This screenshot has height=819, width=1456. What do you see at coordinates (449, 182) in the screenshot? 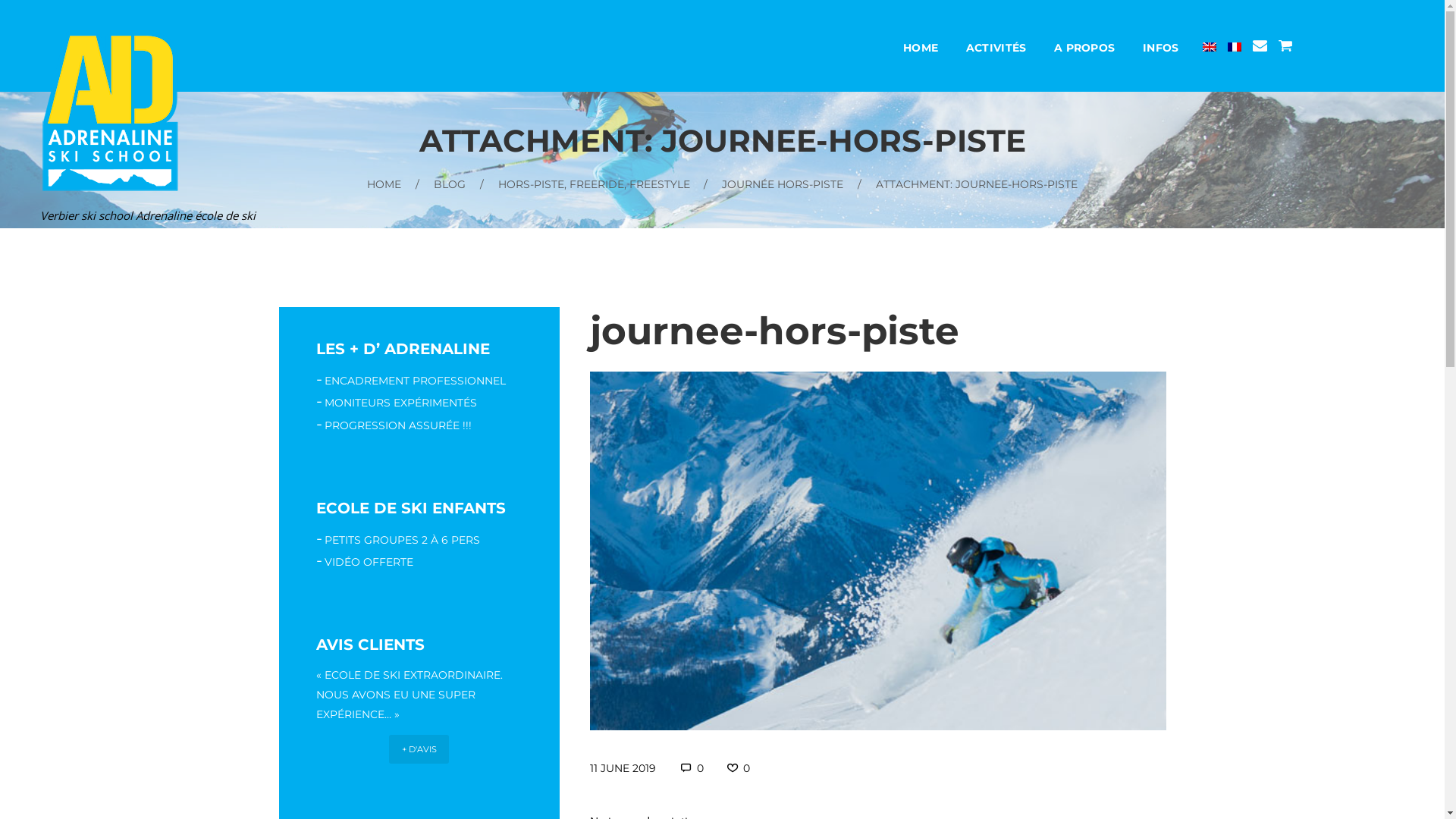
I see `'BLOG'` at bounding box center [449, 182].